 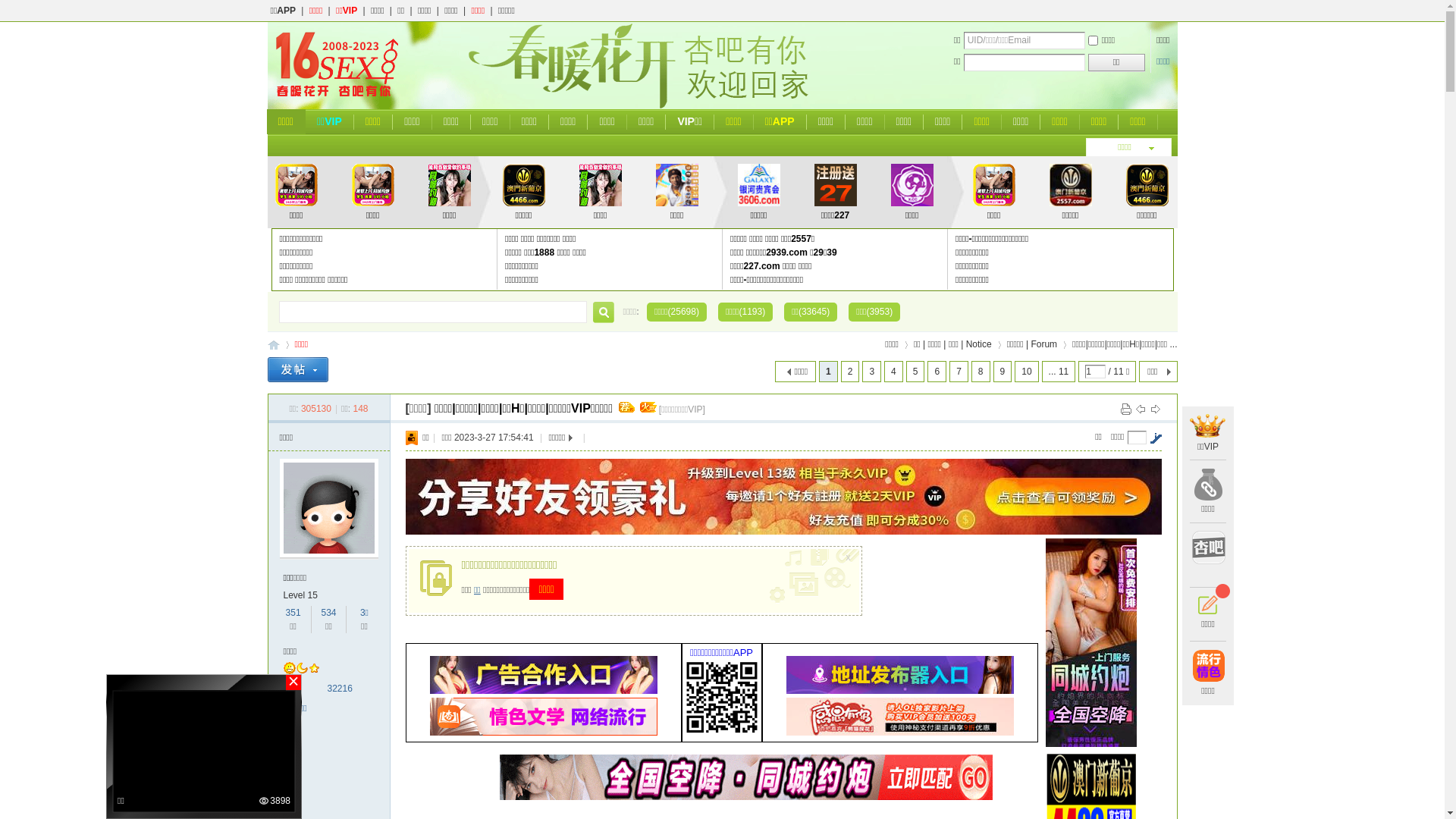 I want to click on '3', so click(x=871, y=371).